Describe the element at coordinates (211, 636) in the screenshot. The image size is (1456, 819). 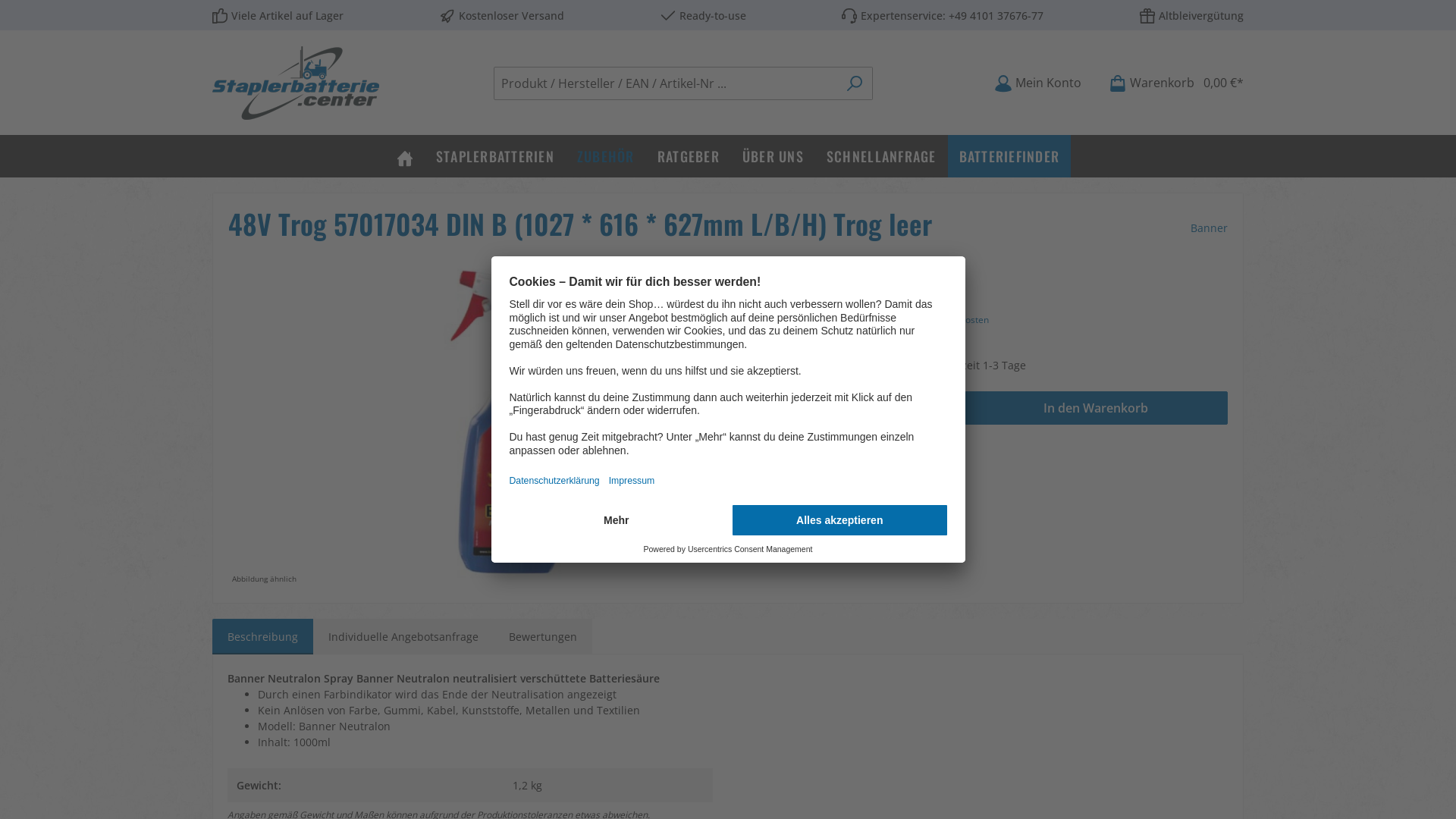
I see `'Beschreibung'` at that location.